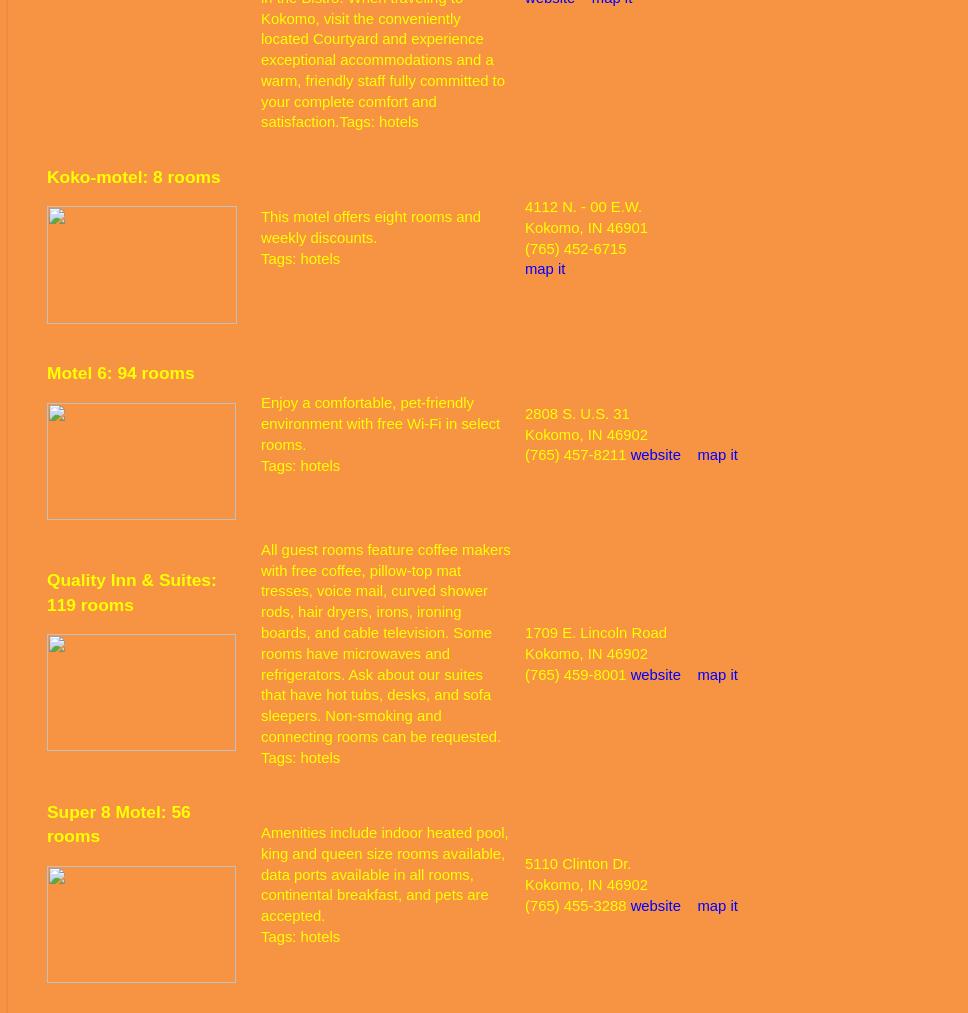  What do you see at coordinates (46, 822) in the screenshot?
I see `'Super 8 Motel: 56 rooms'` at bounding box center [46, 822].